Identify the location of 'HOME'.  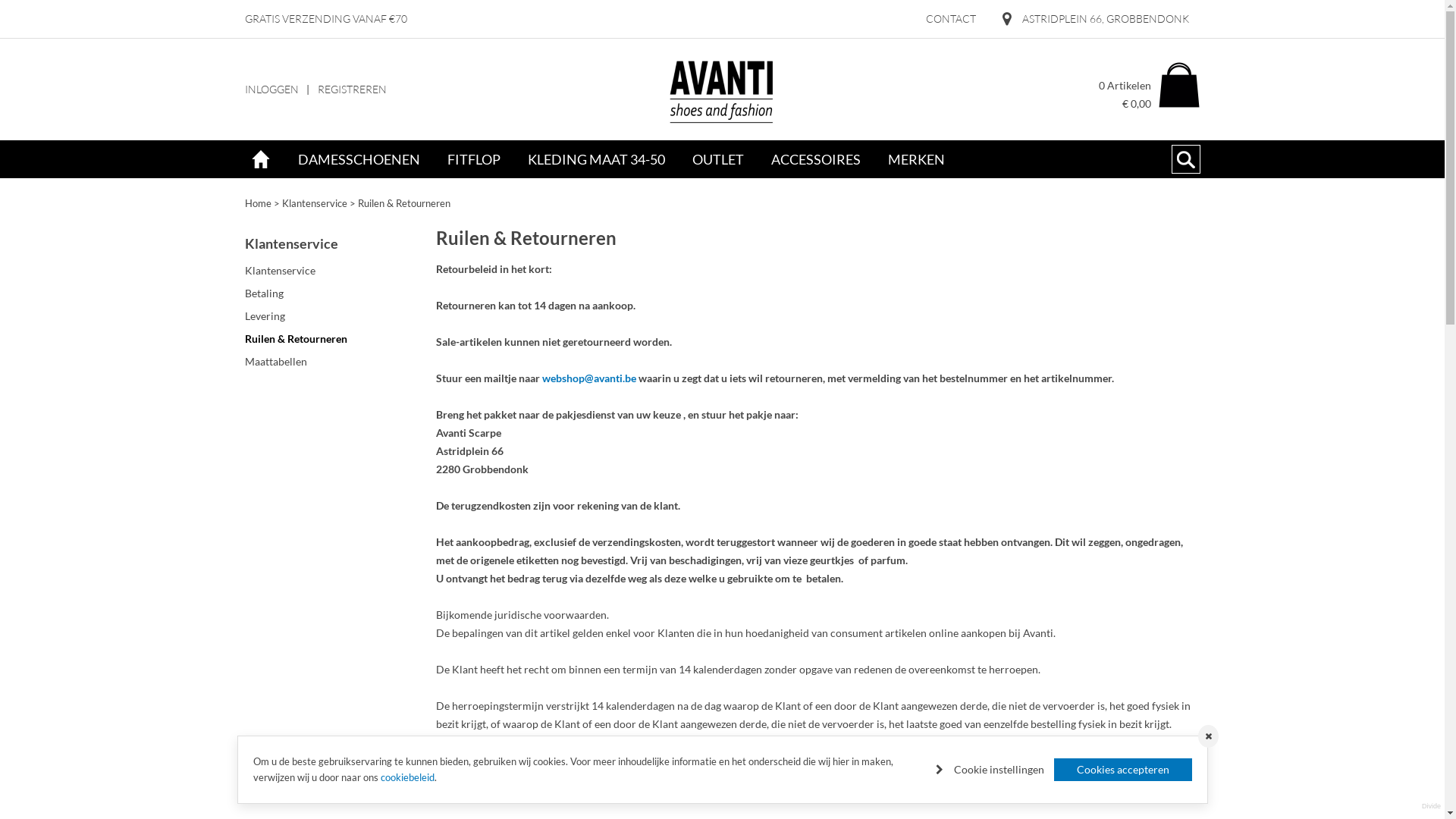
(259, 159).